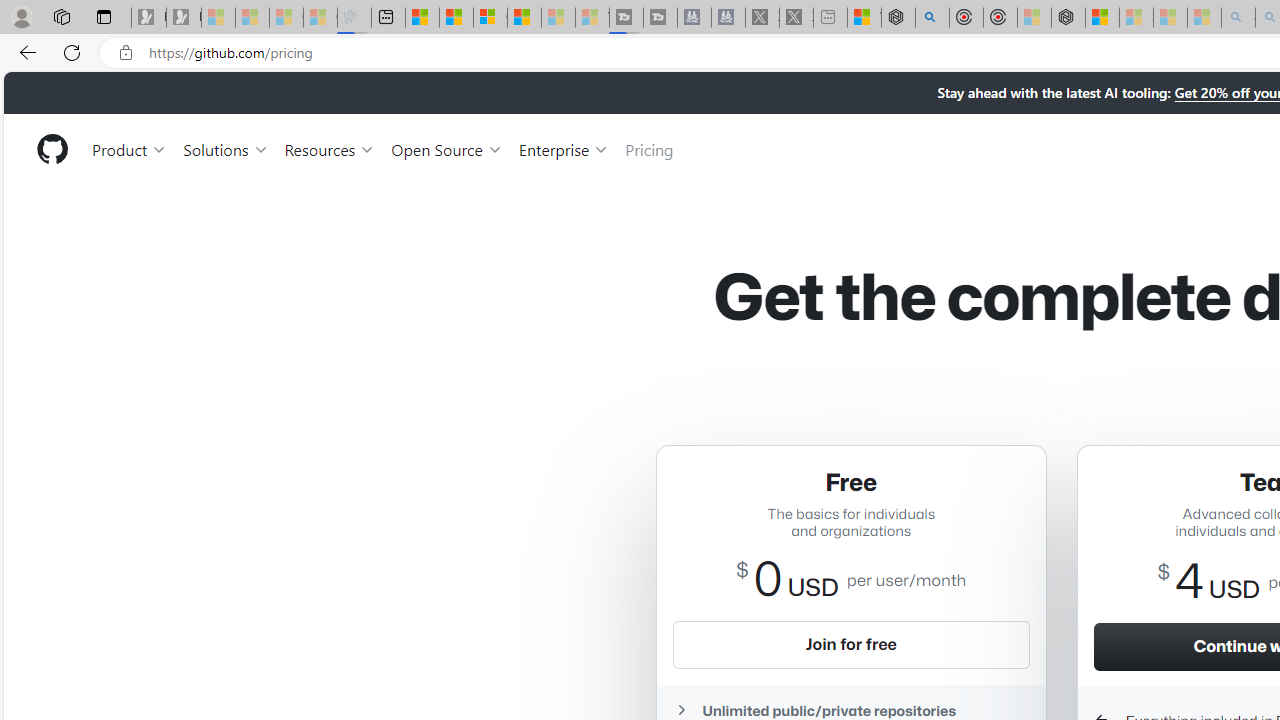  Describe the element at coordinates (445, 148) in the screenshot. I see `'Open Source'` at that location.